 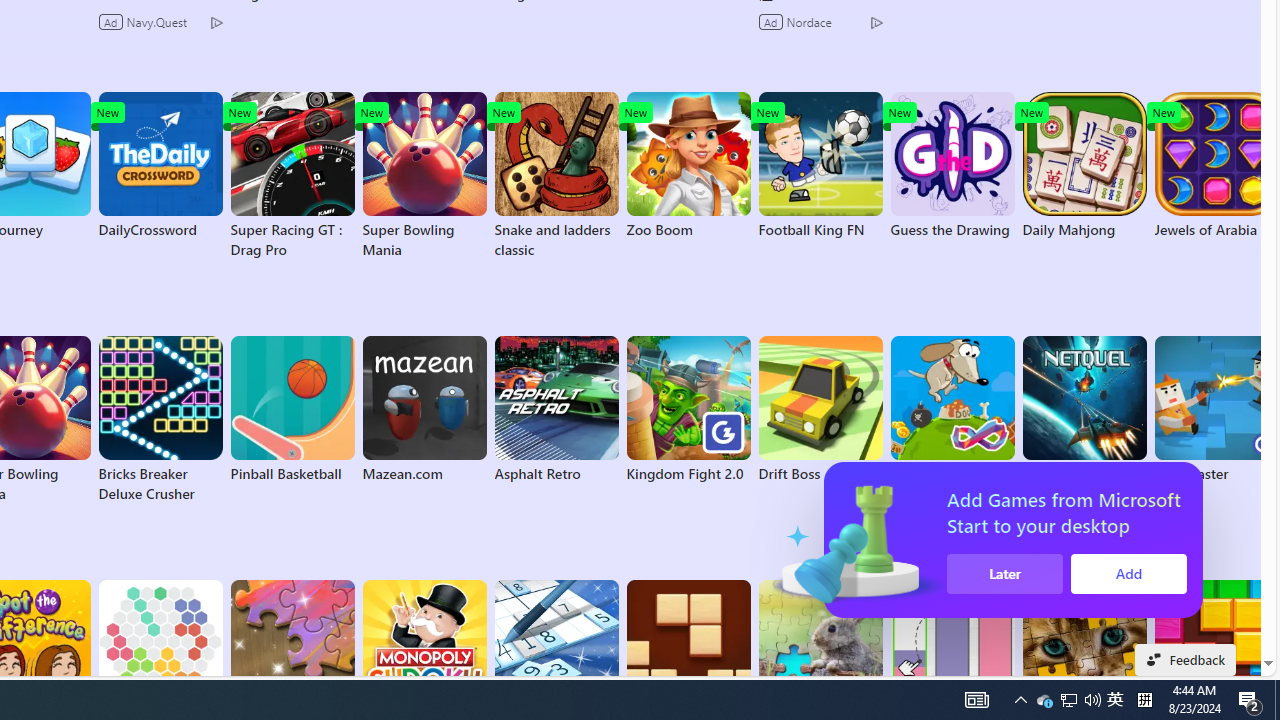 What do you see at coordinates (423, 409) in the screenshot?
I see `'Mazean.com'` at bounding box center [423, 409].